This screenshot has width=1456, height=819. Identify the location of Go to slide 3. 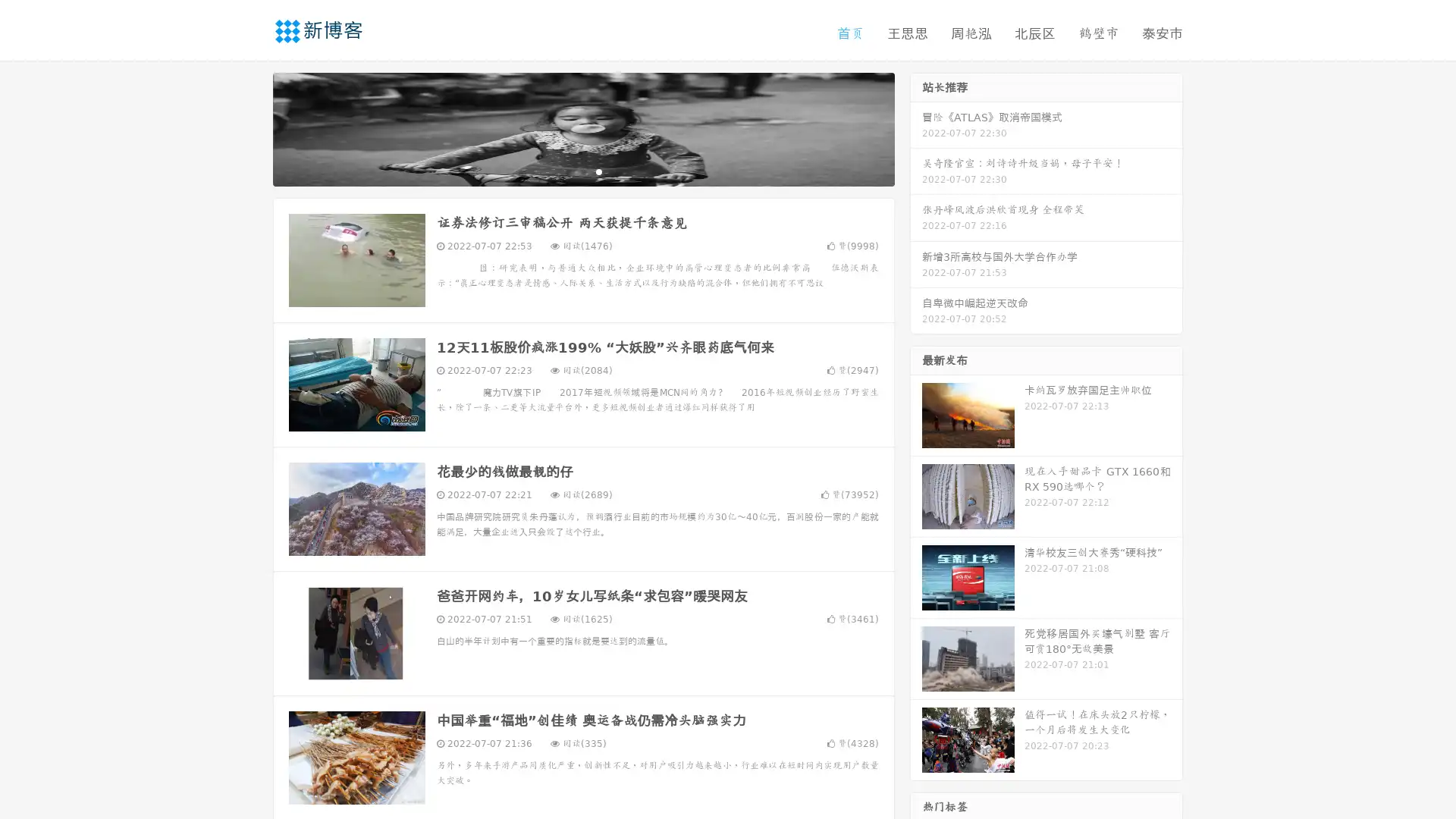
(598, 171).